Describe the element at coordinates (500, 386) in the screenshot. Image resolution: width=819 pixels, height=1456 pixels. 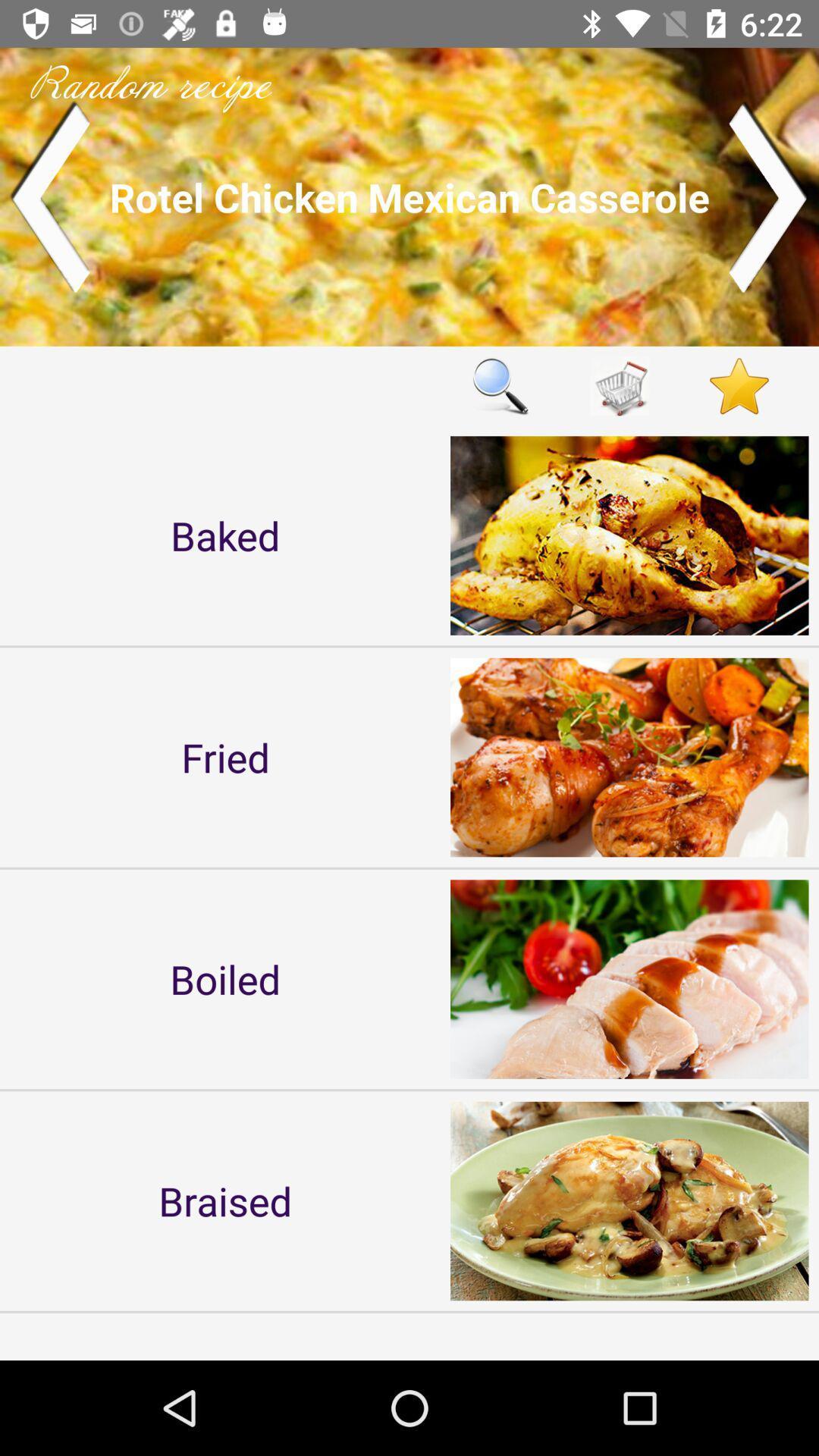
I see `search option` at that location.